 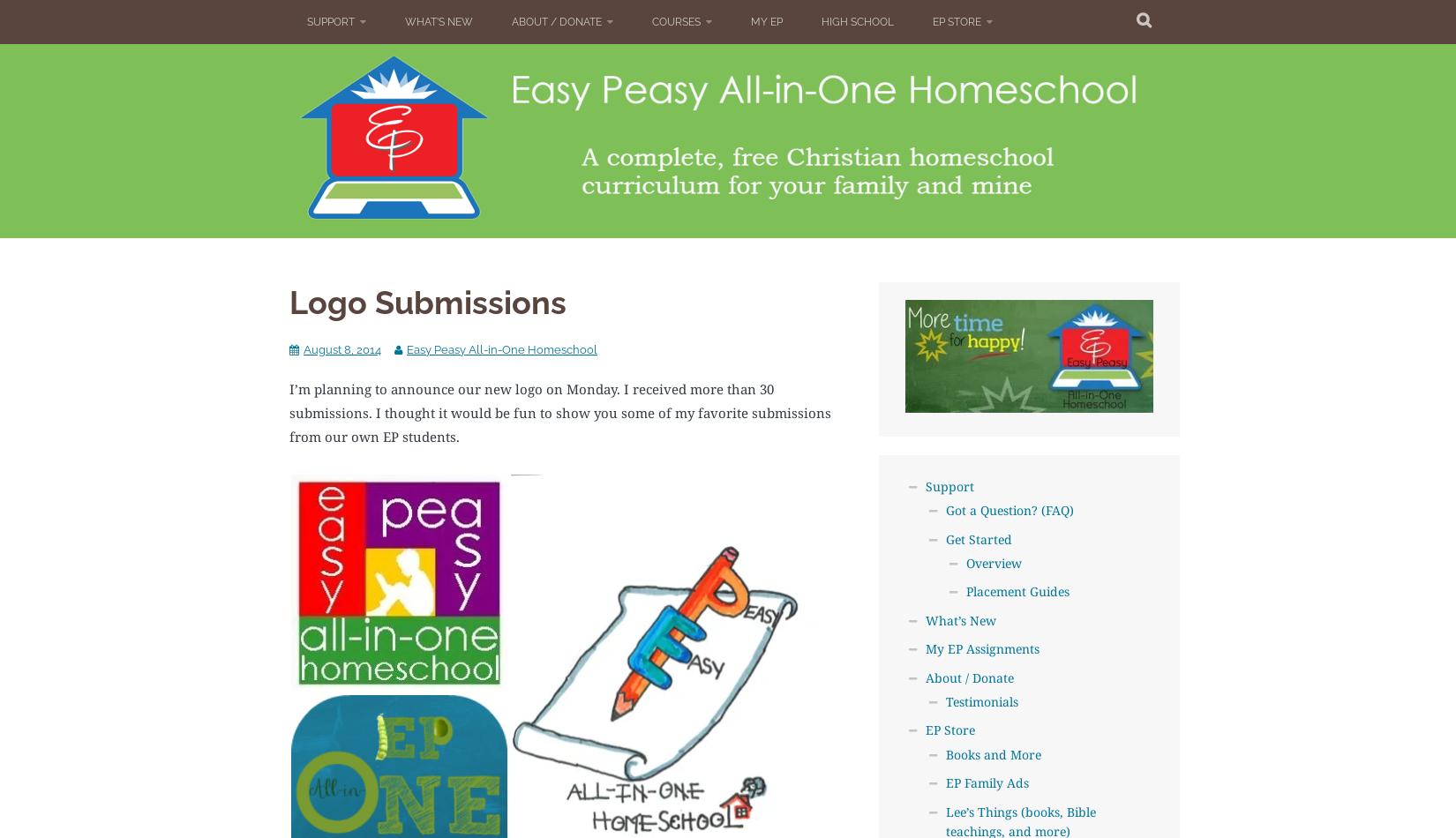 What do you see at coordinates (981, 647) in the screenshot?
I see `'My EP Assignments'` at bounding box center [981, 647].